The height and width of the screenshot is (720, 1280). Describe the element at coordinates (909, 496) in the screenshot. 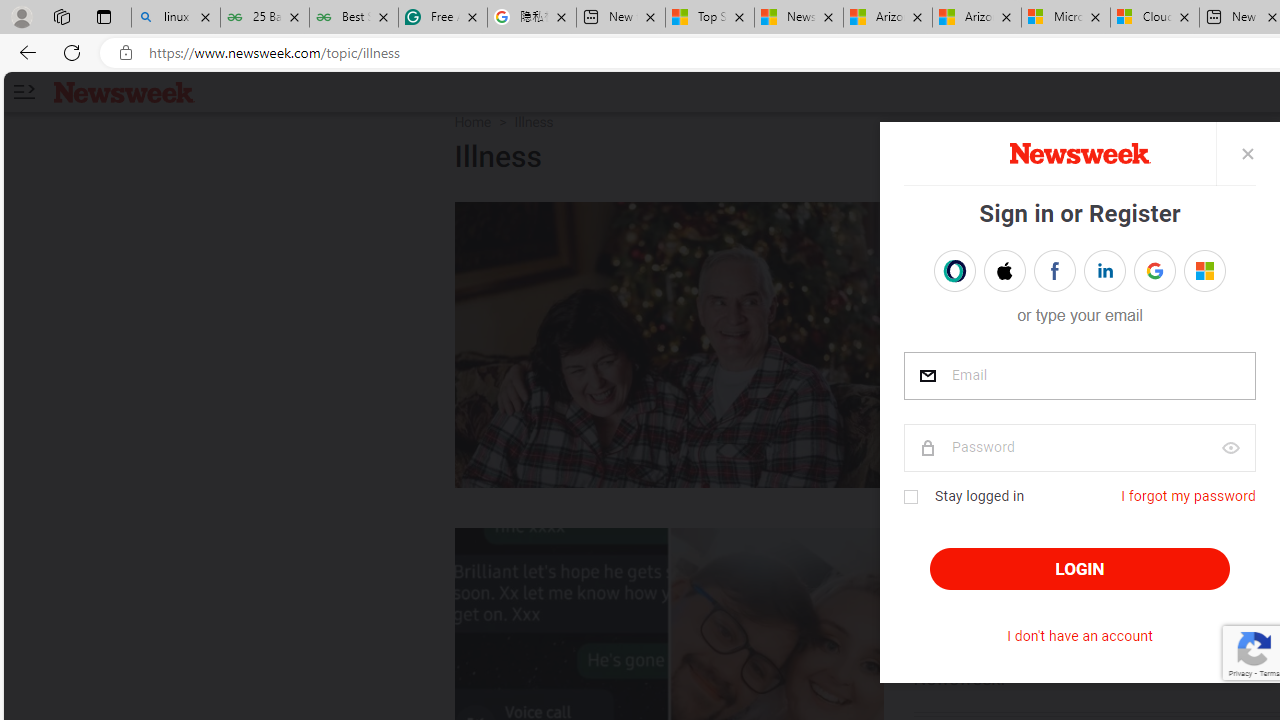

I see `'Class: checkbox'` at that location.